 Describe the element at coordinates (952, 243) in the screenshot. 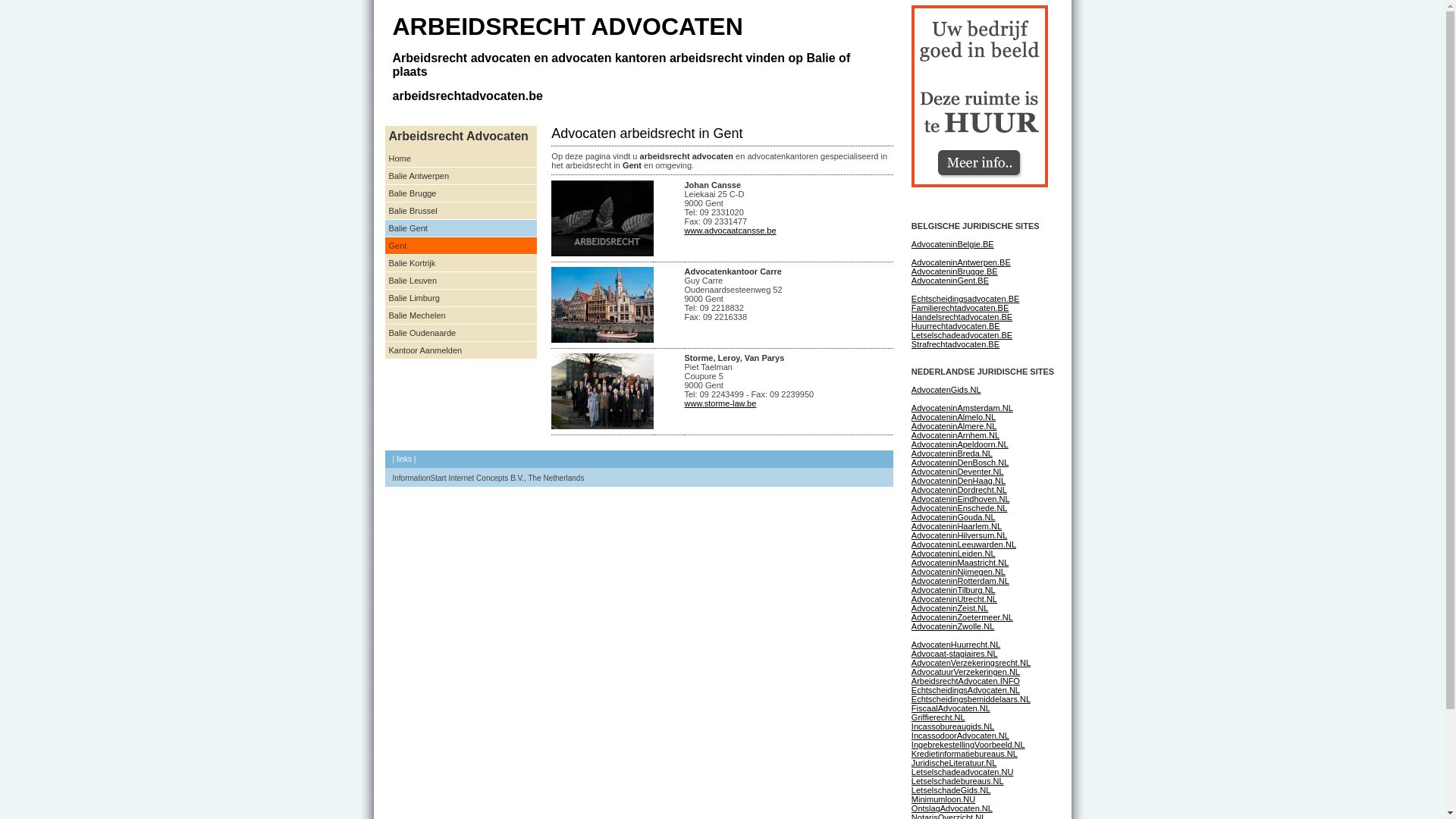

I see `'AdvocateninBelgie.BE'` at that location.